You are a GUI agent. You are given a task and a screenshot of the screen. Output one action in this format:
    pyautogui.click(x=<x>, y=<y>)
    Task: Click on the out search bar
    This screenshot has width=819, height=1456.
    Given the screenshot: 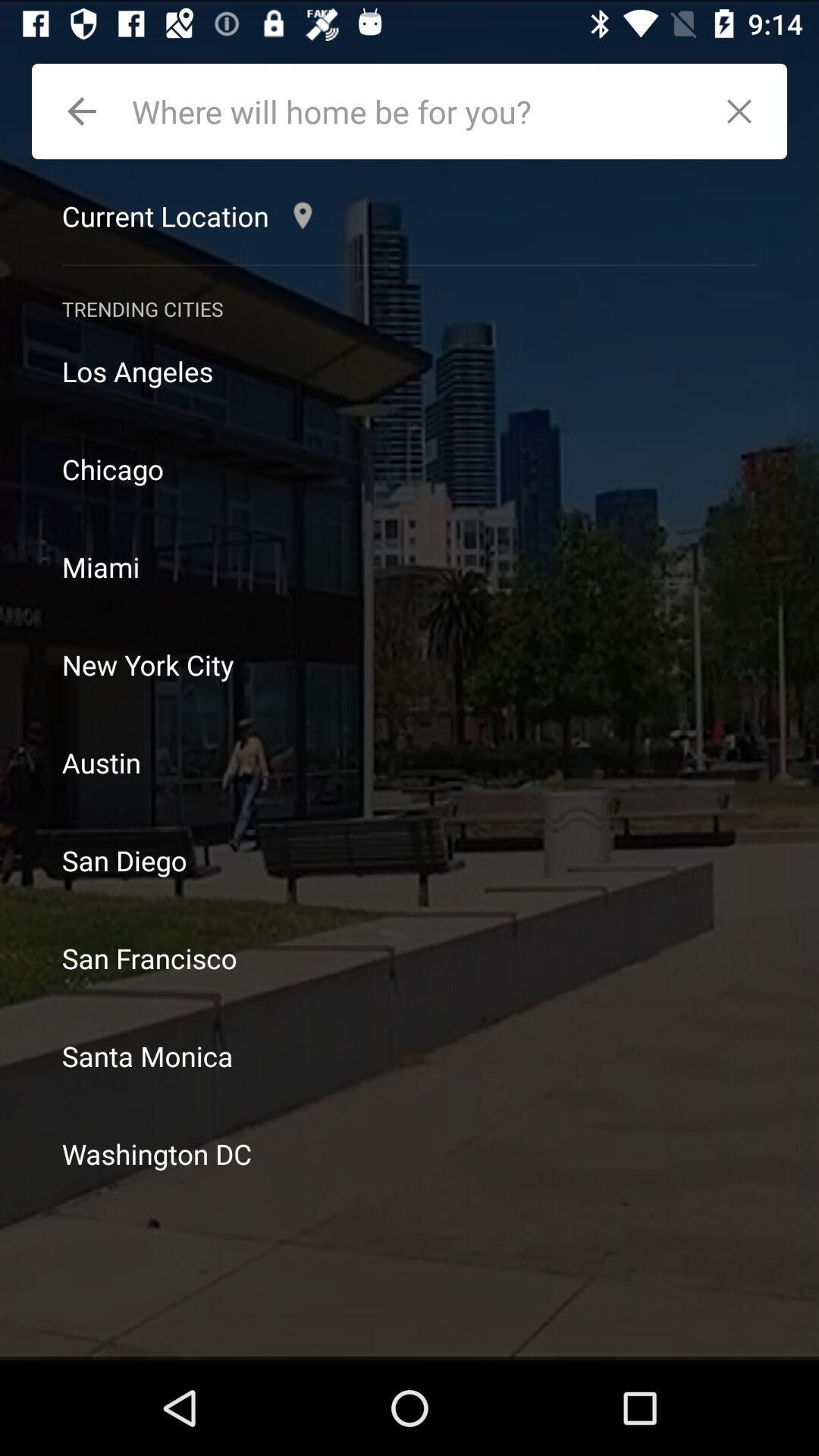 What is the action you would take?
    pyautogui.click(x=746, y=111)
    